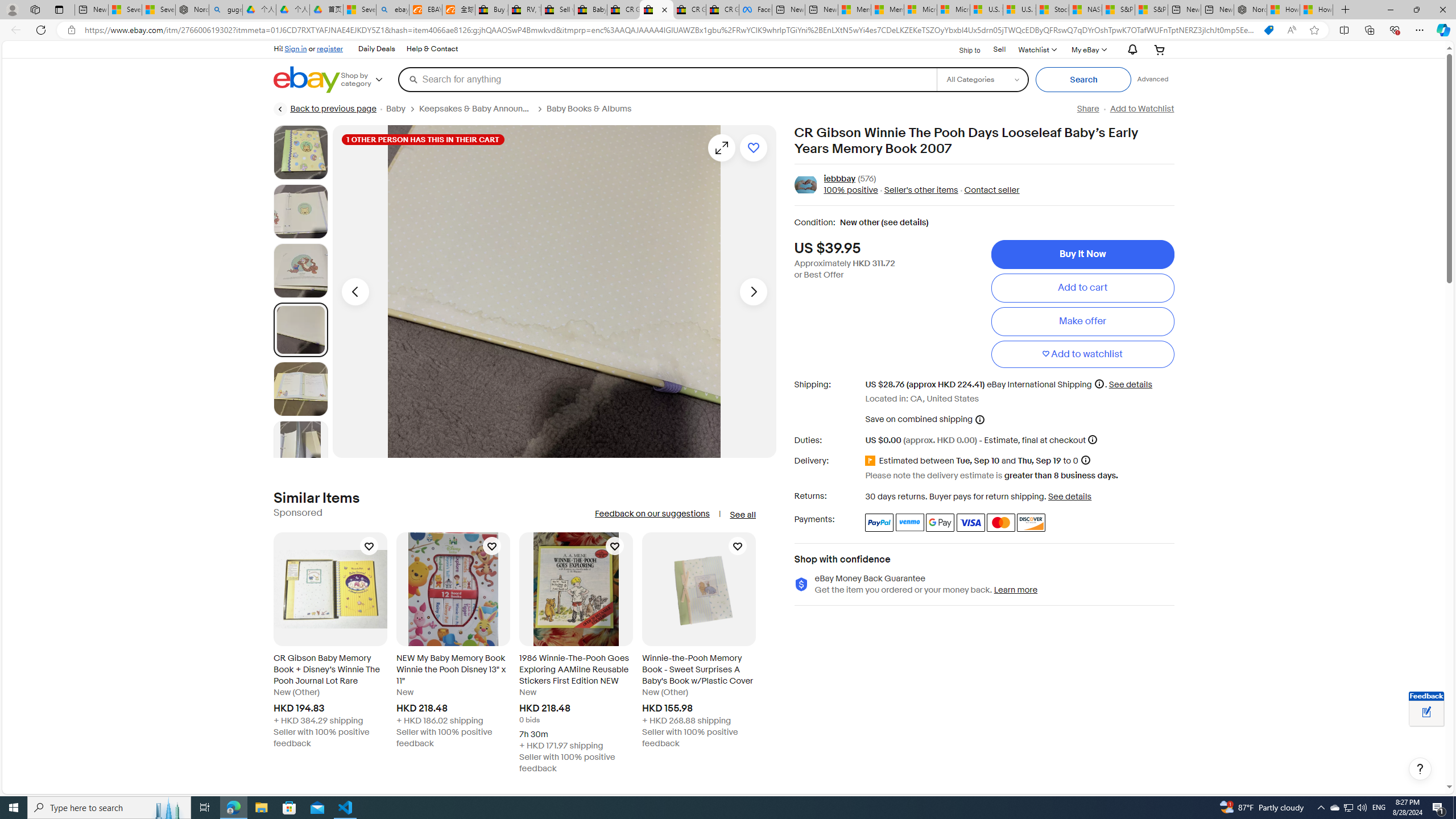 This screenshot has height=819, width=1456. What do you see at coordinates (669, 30) in the screenshot?
I see `'Address and search bar'` at bounding box center [669, 30].